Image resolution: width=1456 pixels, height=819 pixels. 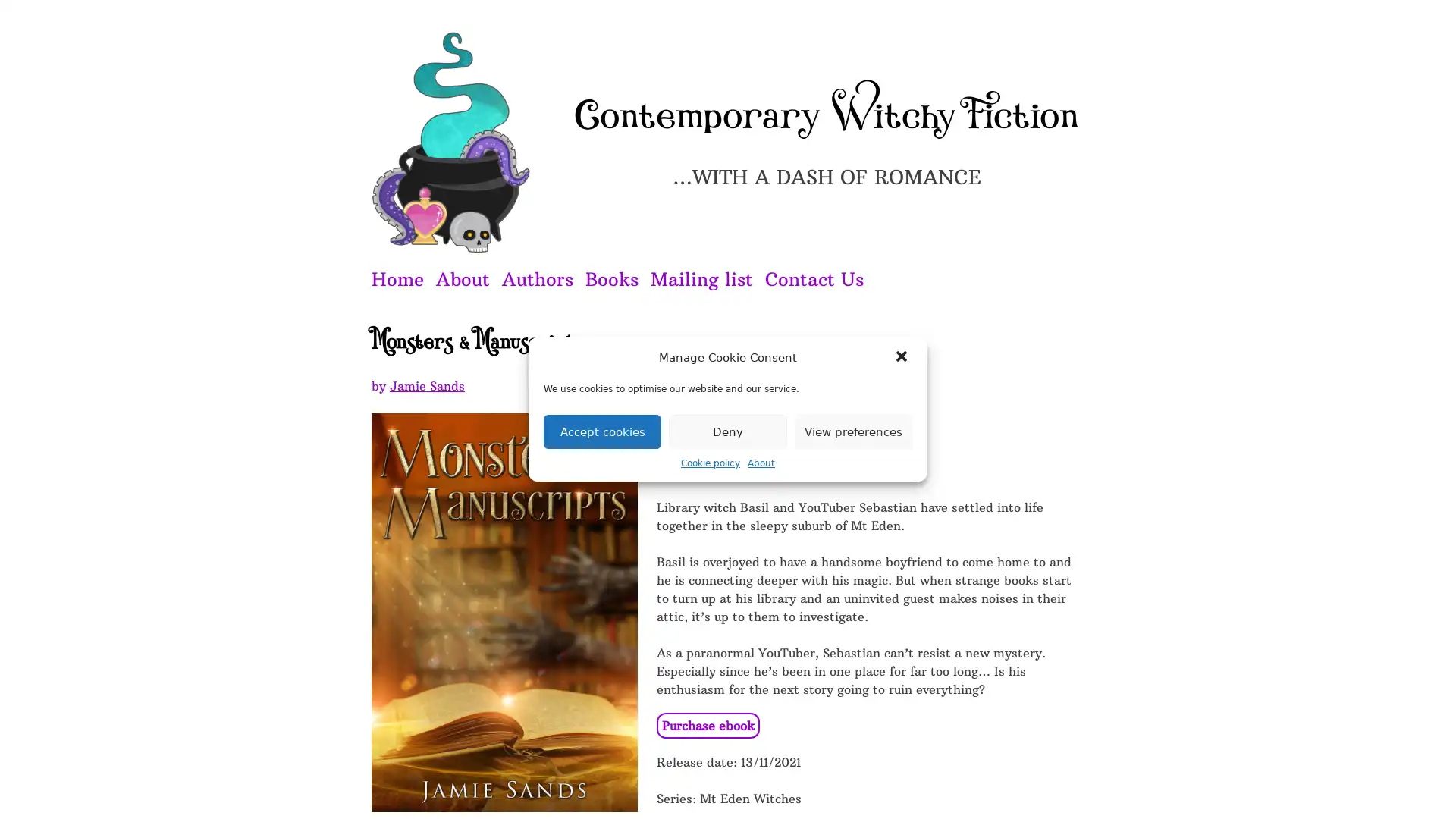 I want to click on View preferences, so click(x=852, y=431).